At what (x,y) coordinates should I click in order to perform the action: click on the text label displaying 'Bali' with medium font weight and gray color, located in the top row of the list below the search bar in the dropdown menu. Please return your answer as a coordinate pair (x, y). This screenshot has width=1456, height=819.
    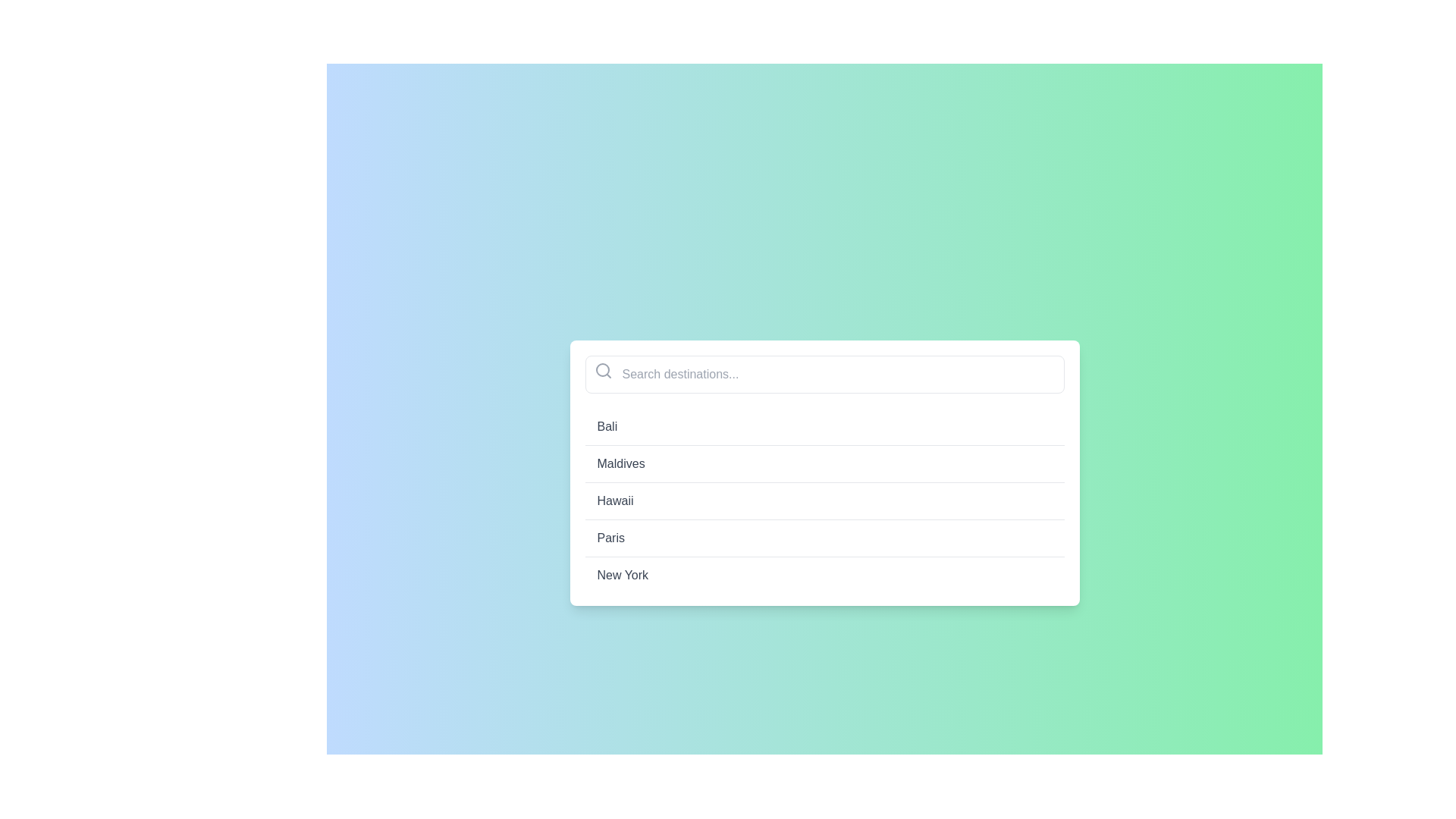
    Looking at the image, I should click on (607, 427).